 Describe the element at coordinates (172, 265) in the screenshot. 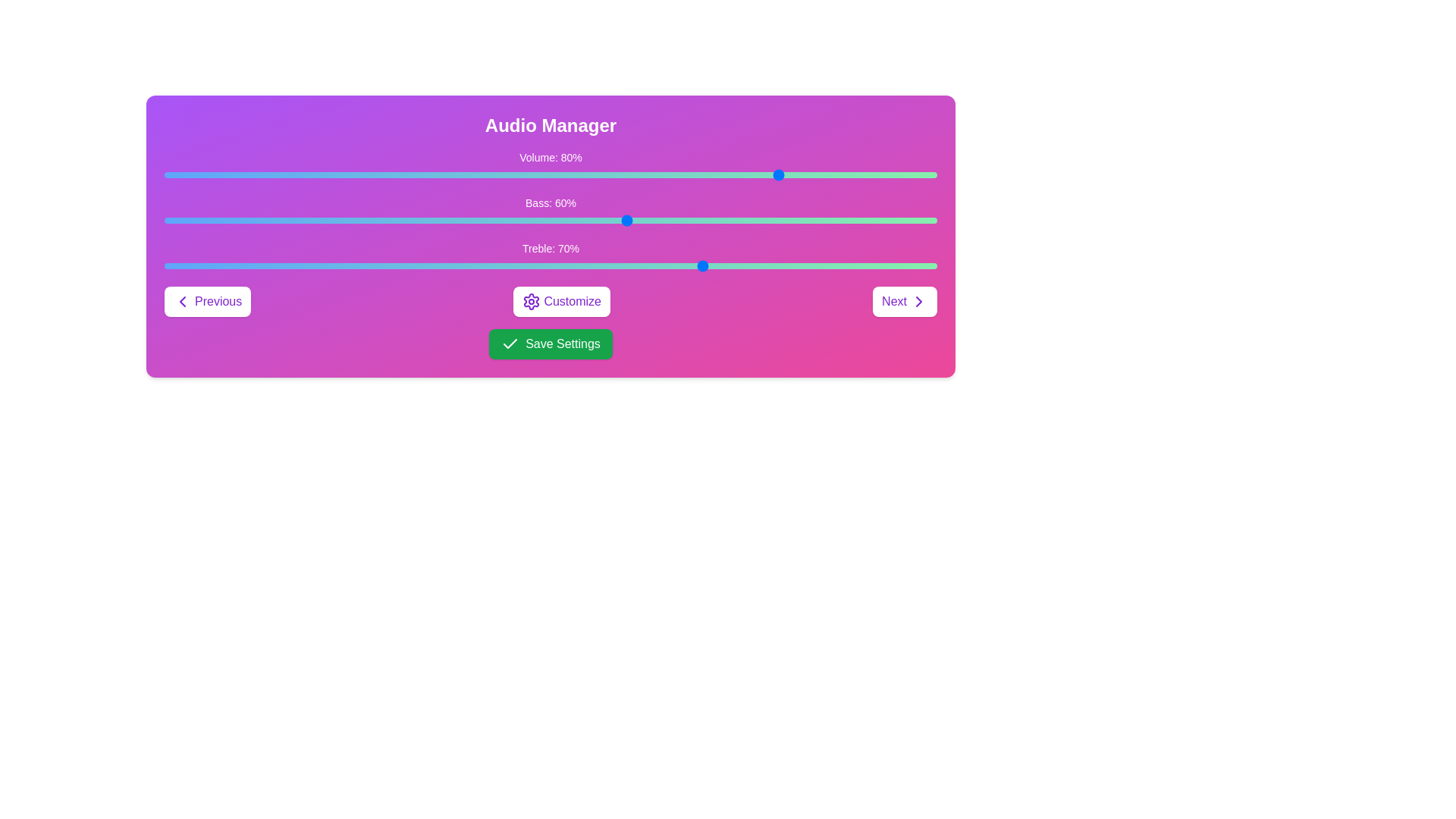

I see `the slider` at that location.